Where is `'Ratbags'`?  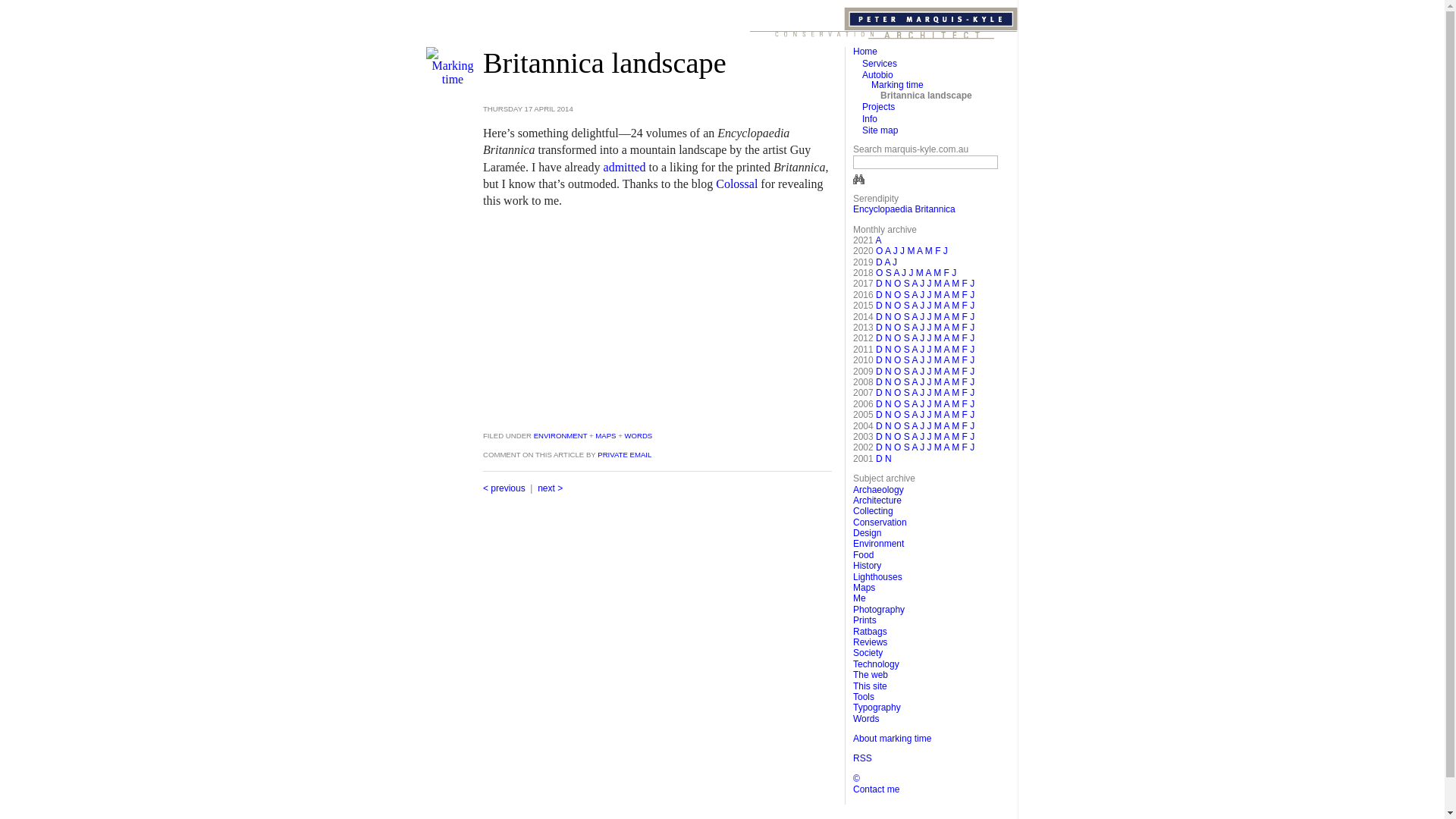 'Ratbags' is located at coordinates (870, 632).